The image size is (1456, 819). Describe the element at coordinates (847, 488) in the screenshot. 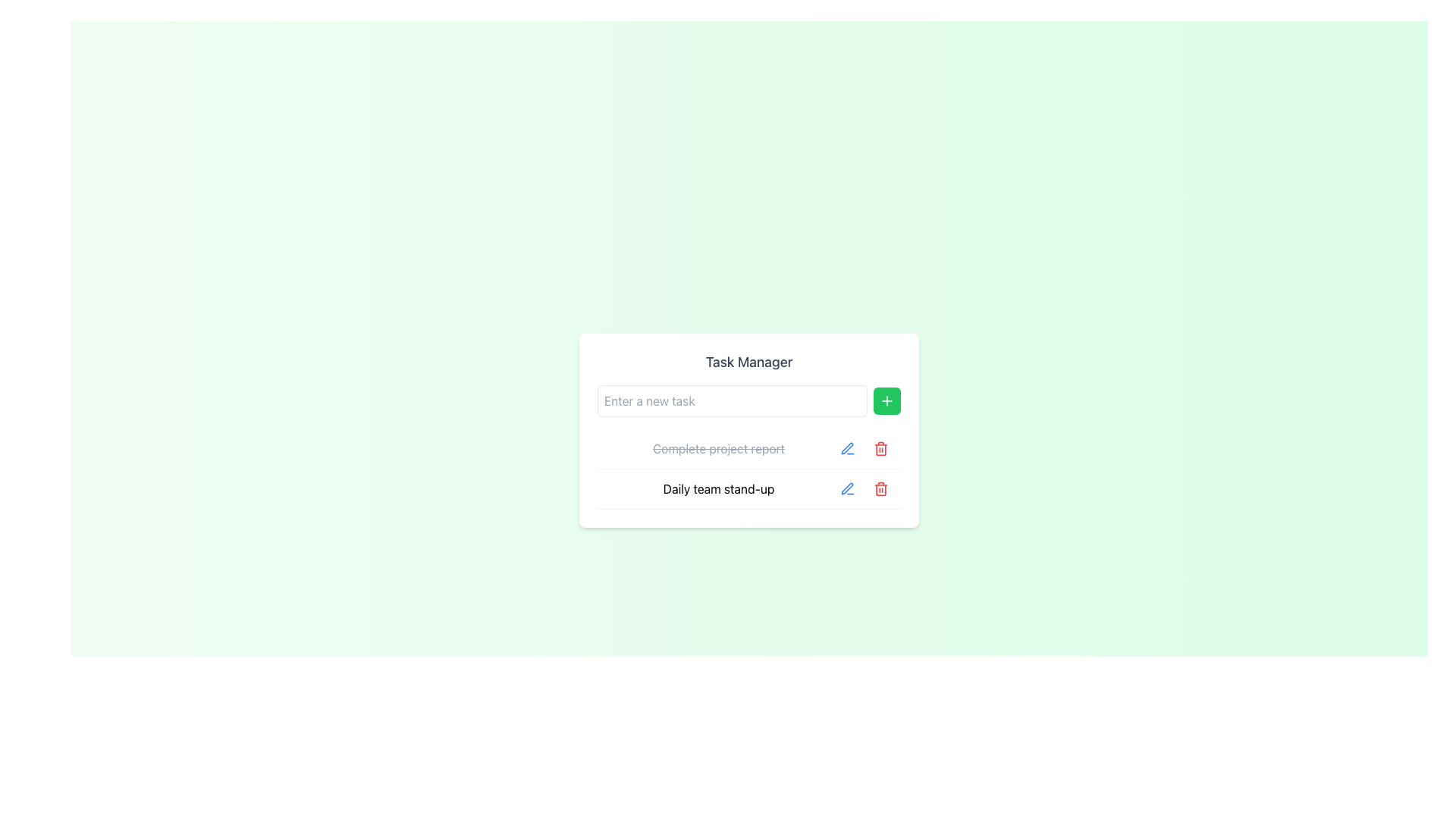

I see `the edit button located in the second task row of the task list interface` at that location.